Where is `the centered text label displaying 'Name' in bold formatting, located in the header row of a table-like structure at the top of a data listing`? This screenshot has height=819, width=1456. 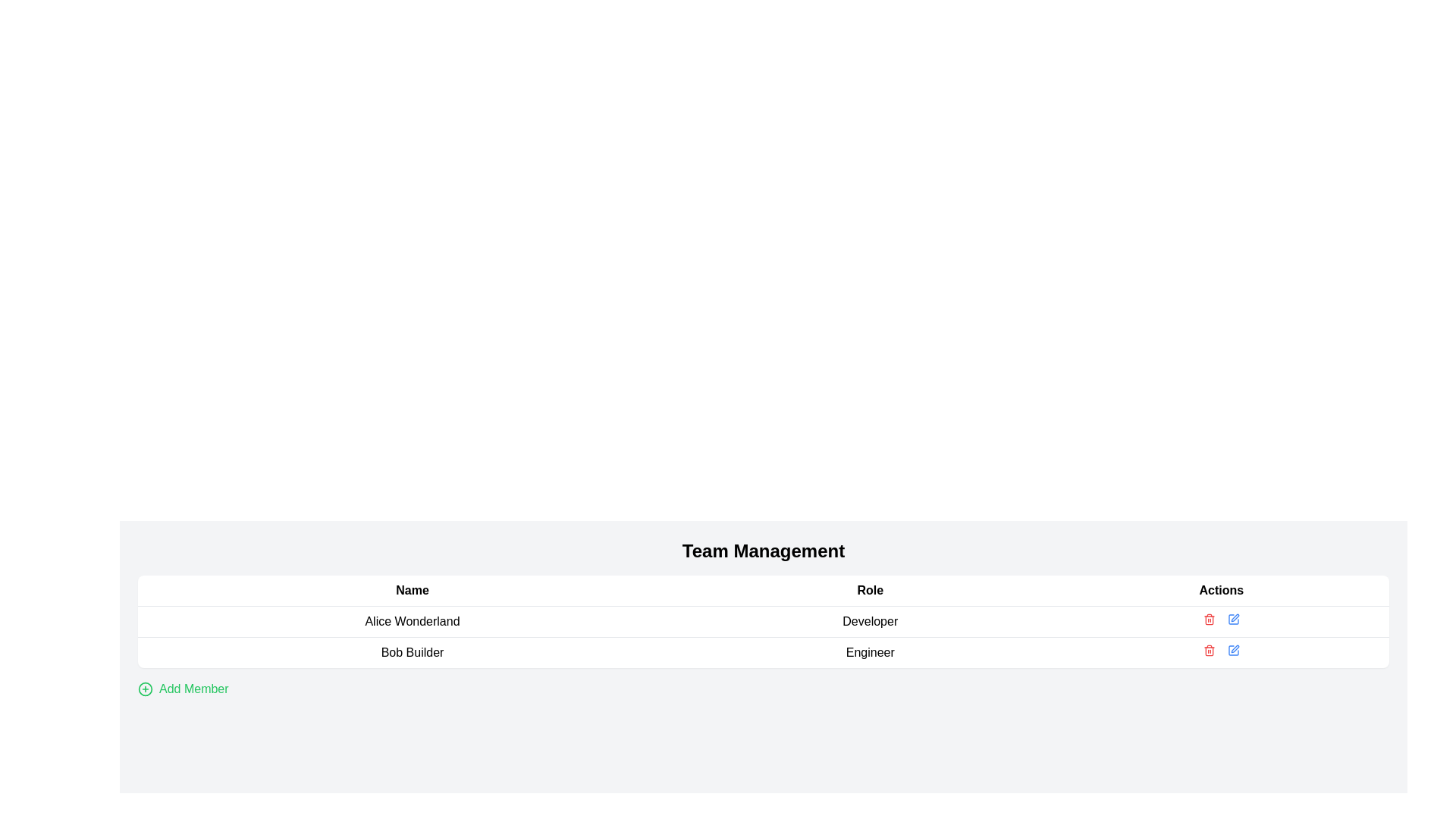 the centered text label displaying 'Name' in bold formatting, located in the header row of a table-like structure at the top of a data listing is located at coordinates (412, 590).